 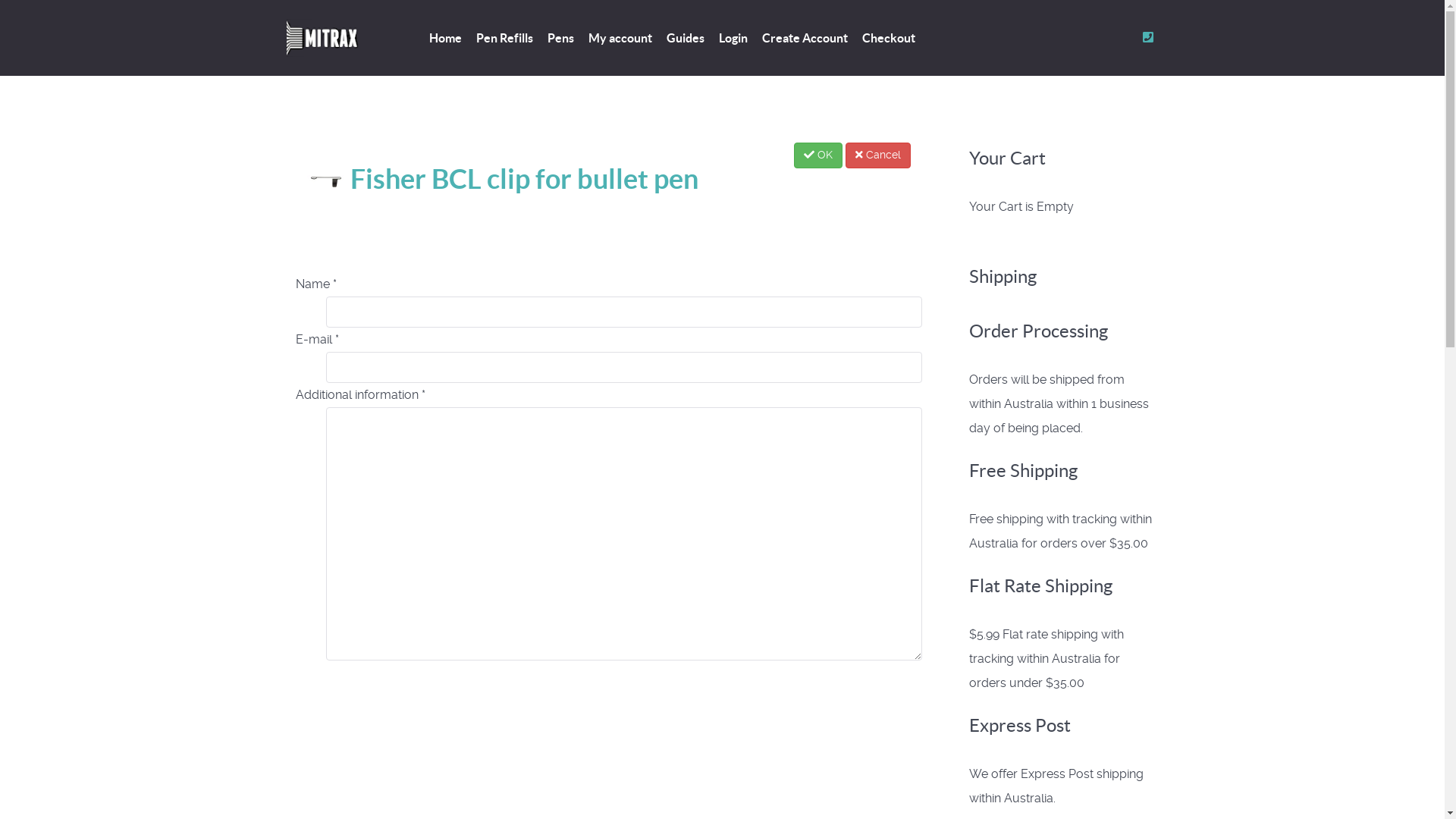 What do you see at coordinates (560, 38) in the screenshot?
I see `'Pens'` at bounding box center [560, 38].